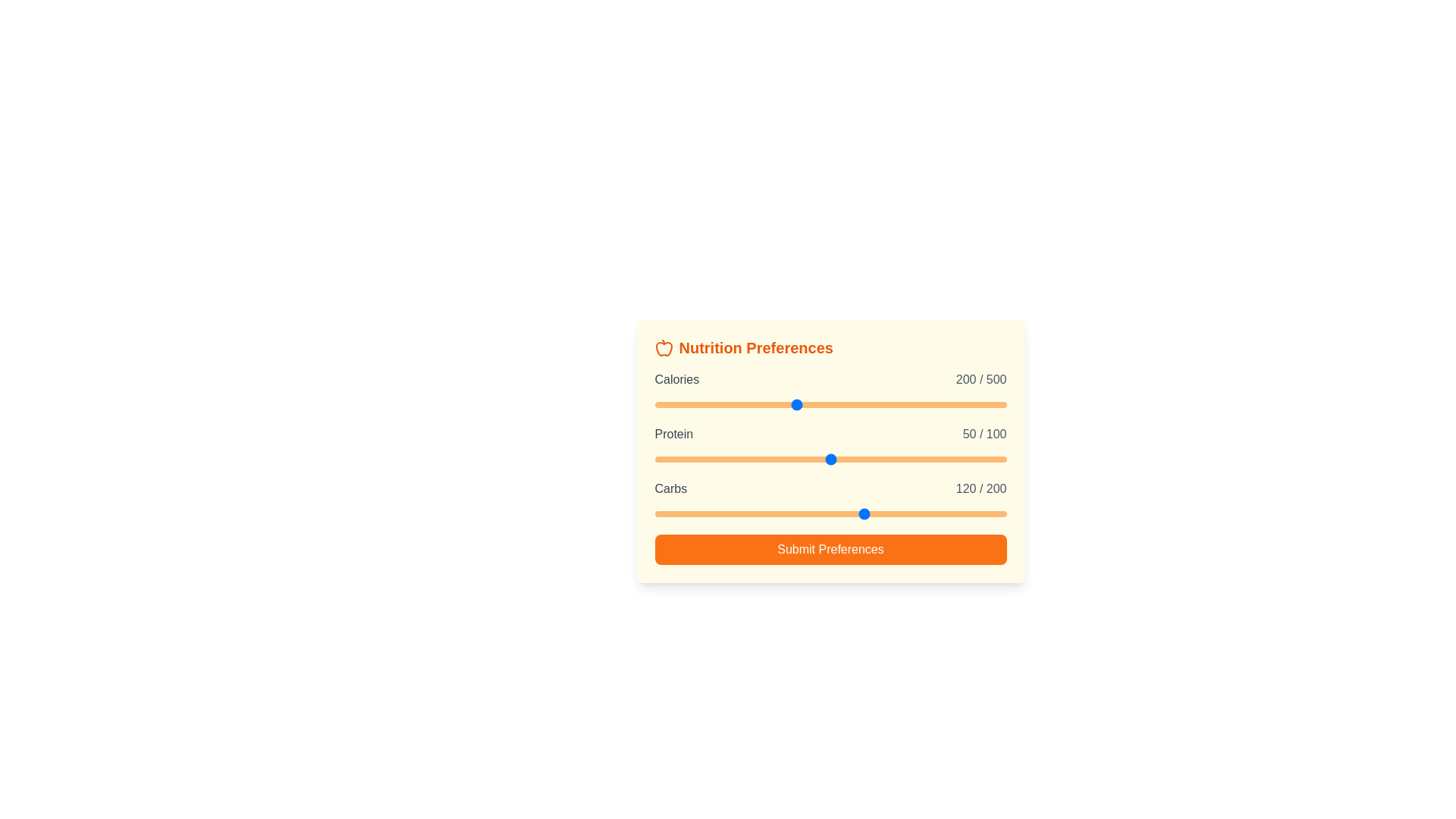 This screenshot has width=1456, height=819. I want to click on the apple-shaped icon graphic located within the title's small icon on the top-left side of the 'Nutrition Preferences' card, so click(664, 349).